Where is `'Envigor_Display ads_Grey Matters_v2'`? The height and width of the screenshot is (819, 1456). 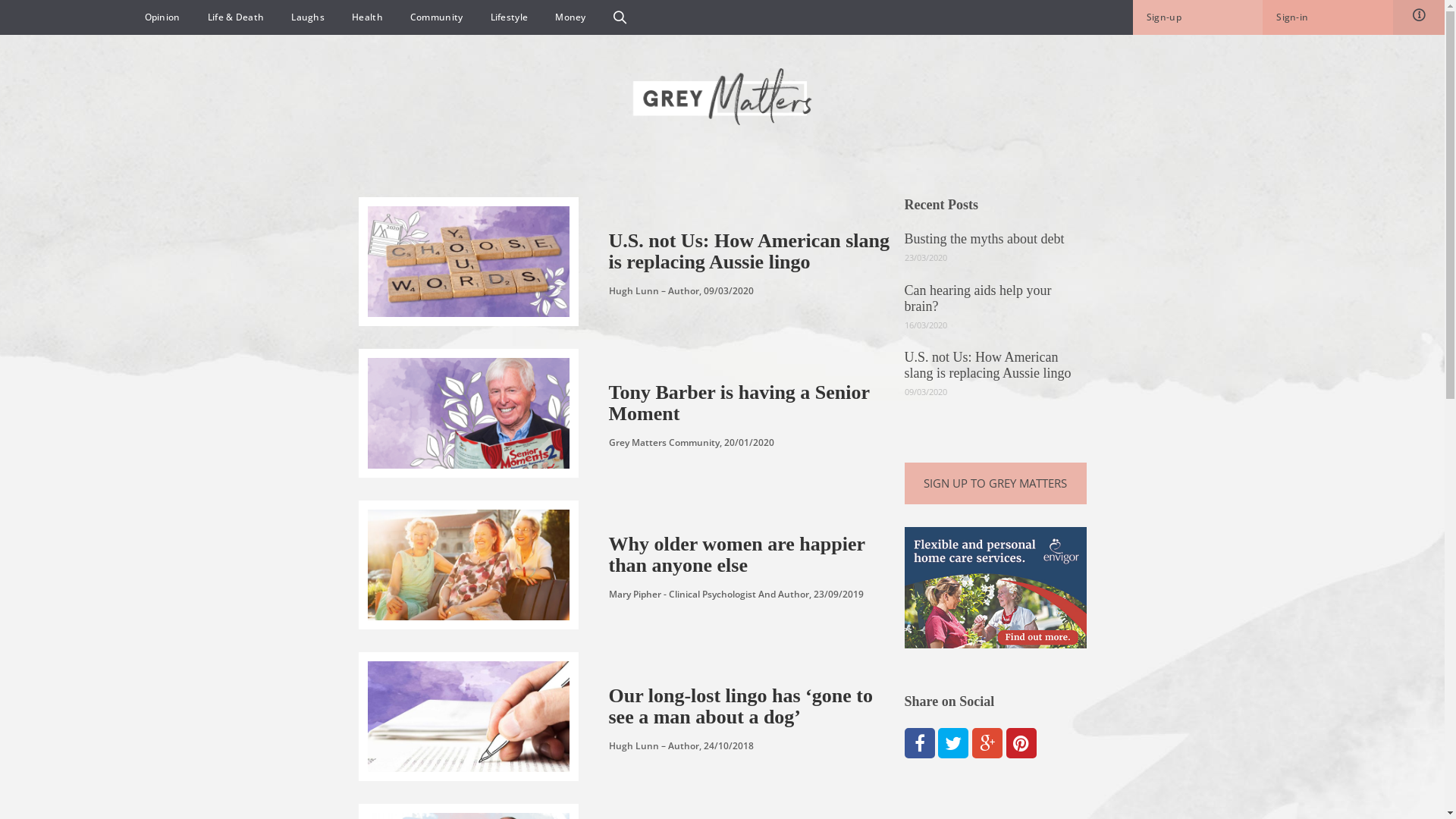 'Envigor_Display ads_Grey Matters_v2' is located at coordinates (903, 587).